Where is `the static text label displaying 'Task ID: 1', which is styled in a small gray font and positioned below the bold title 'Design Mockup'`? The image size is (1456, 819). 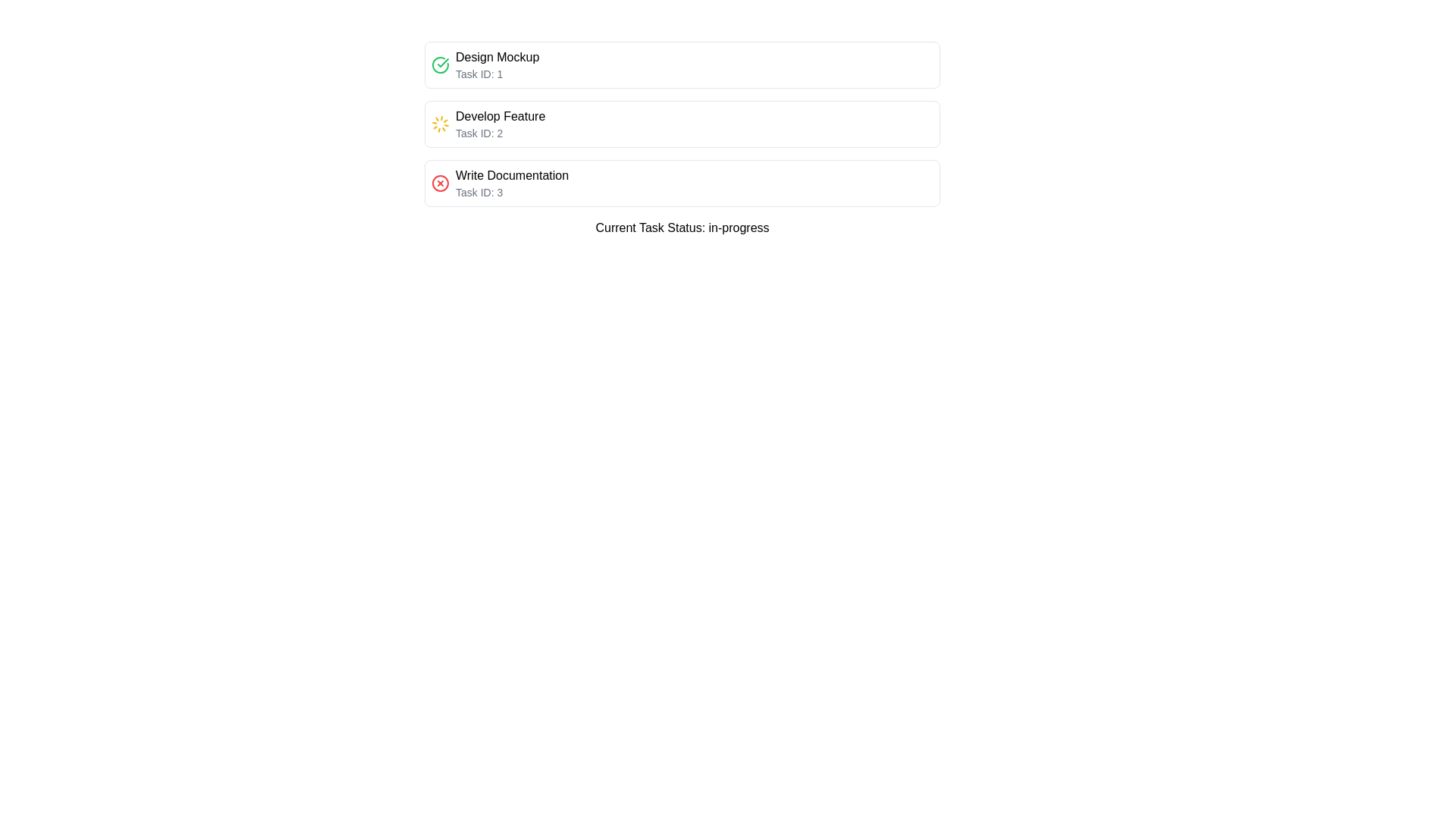 the static text label displaying 'Task ID: 1', which is styled in a small gray font and positioned below the bold title 'Design Mockup' is located at coordinates (497, 74).